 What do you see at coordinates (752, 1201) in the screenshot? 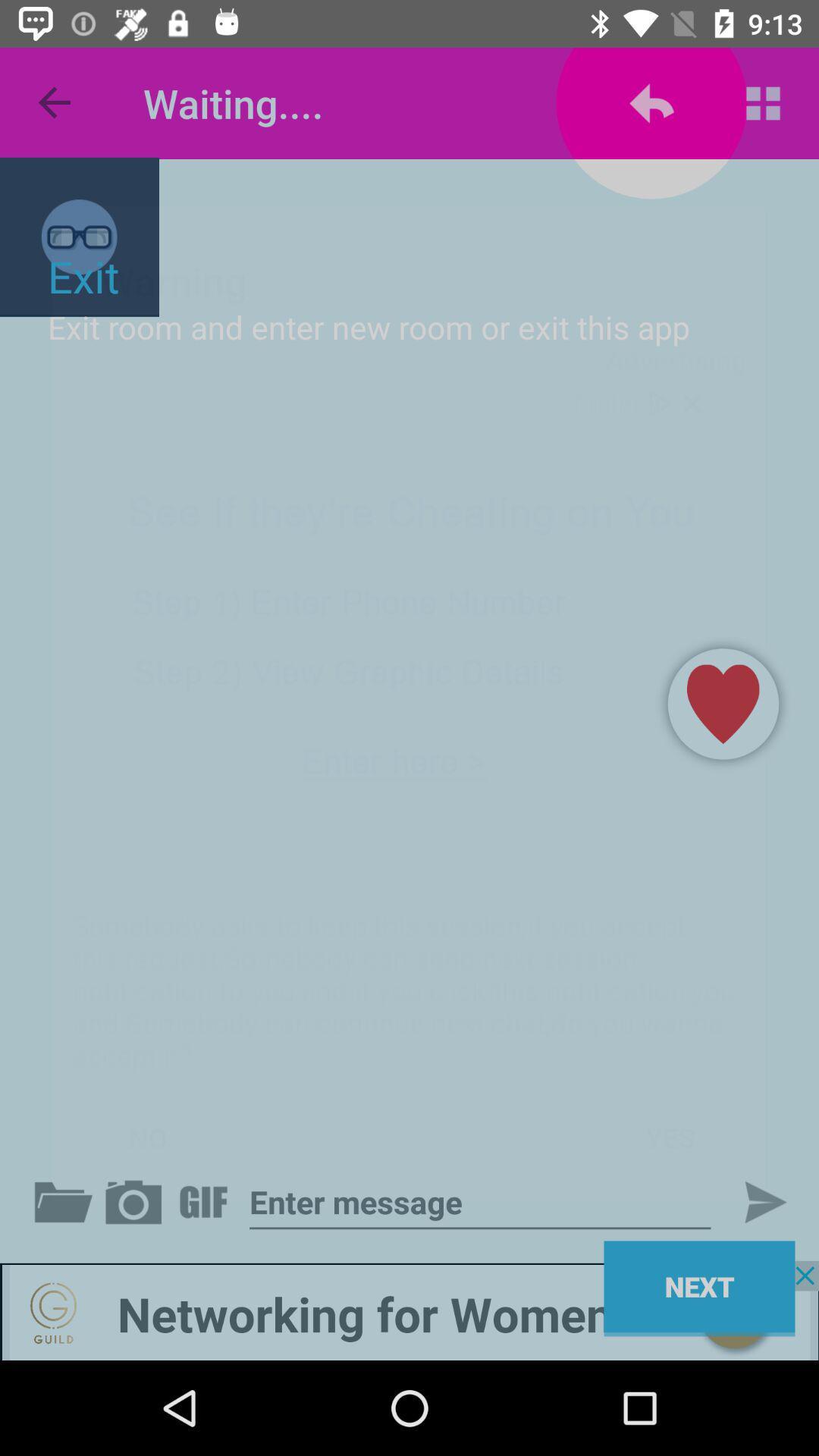
I see `the submit box` at bounding box center [752, 1201].